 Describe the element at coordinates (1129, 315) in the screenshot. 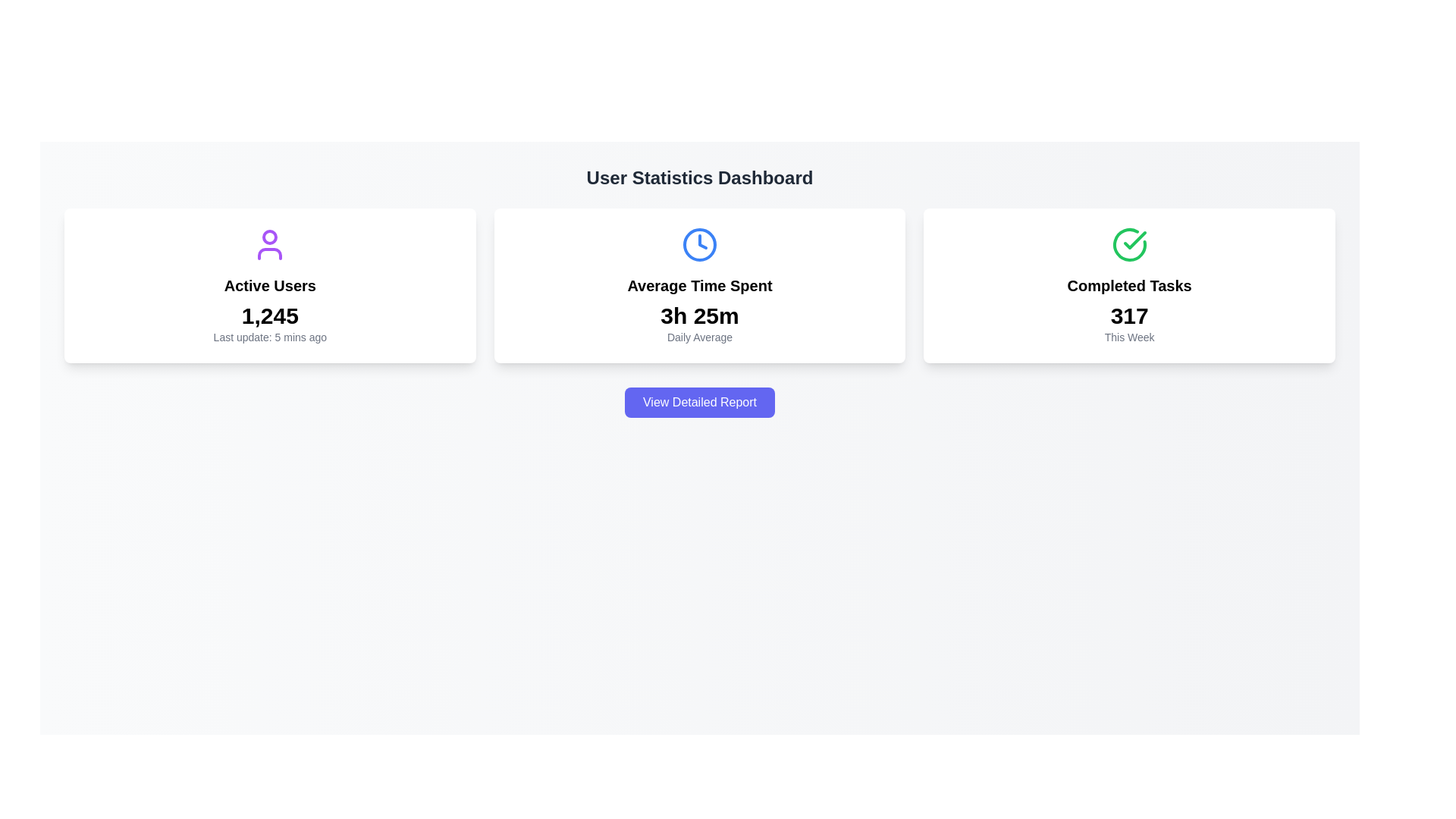

I see `number displayed in the Text Label that represents the count of completed tasks, located centrally within the rightmost card below the title 'Completed Tasks' and above the descriptor 'This Week'` at that location.